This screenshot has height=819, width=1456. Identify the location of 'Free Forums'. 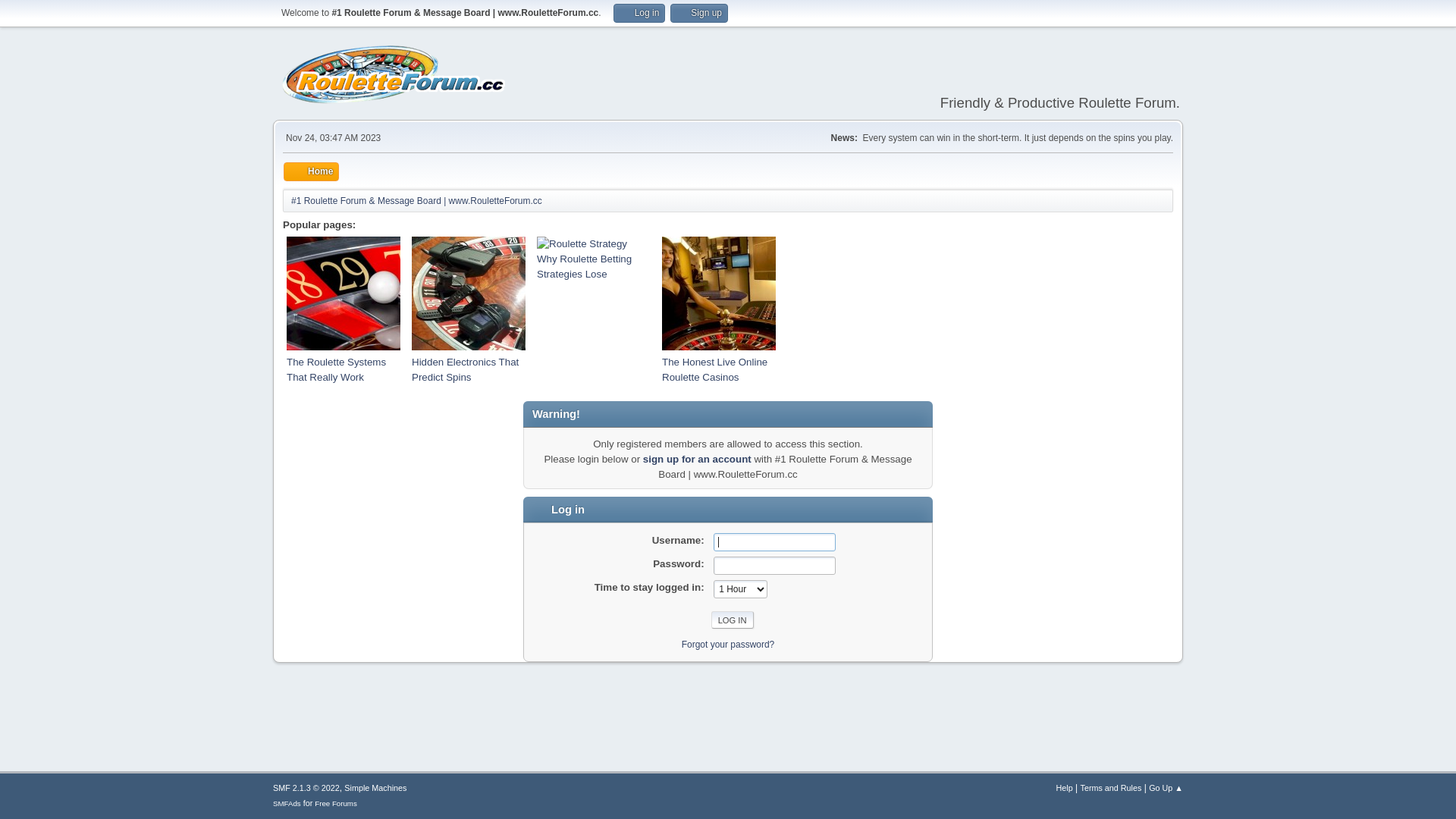
(334, 802).